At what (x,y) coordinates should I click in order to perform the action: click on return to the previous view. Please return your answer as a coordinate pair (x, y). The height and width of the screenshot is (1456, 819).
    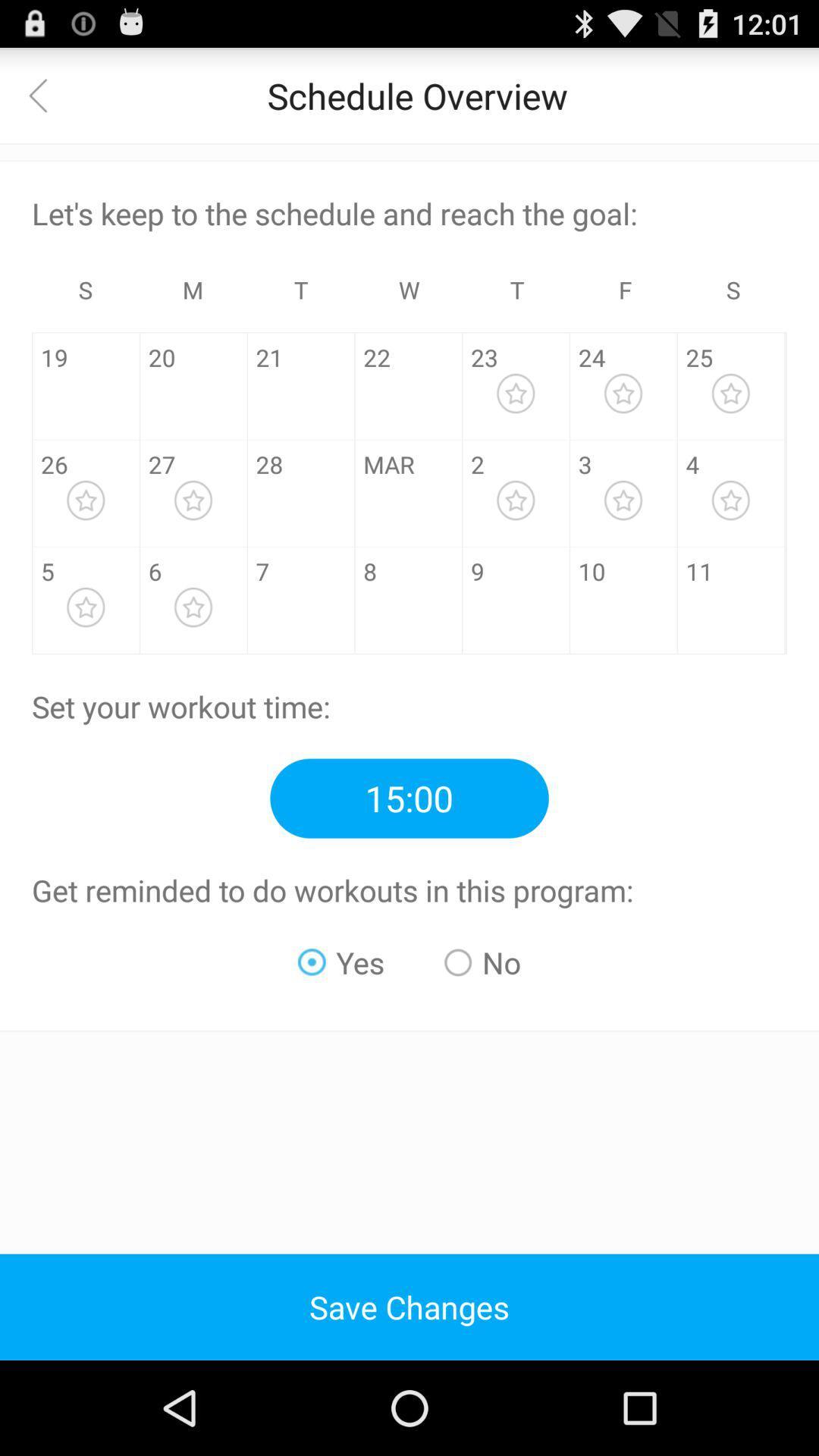
    Looking at the image, I should click on (46, 94).